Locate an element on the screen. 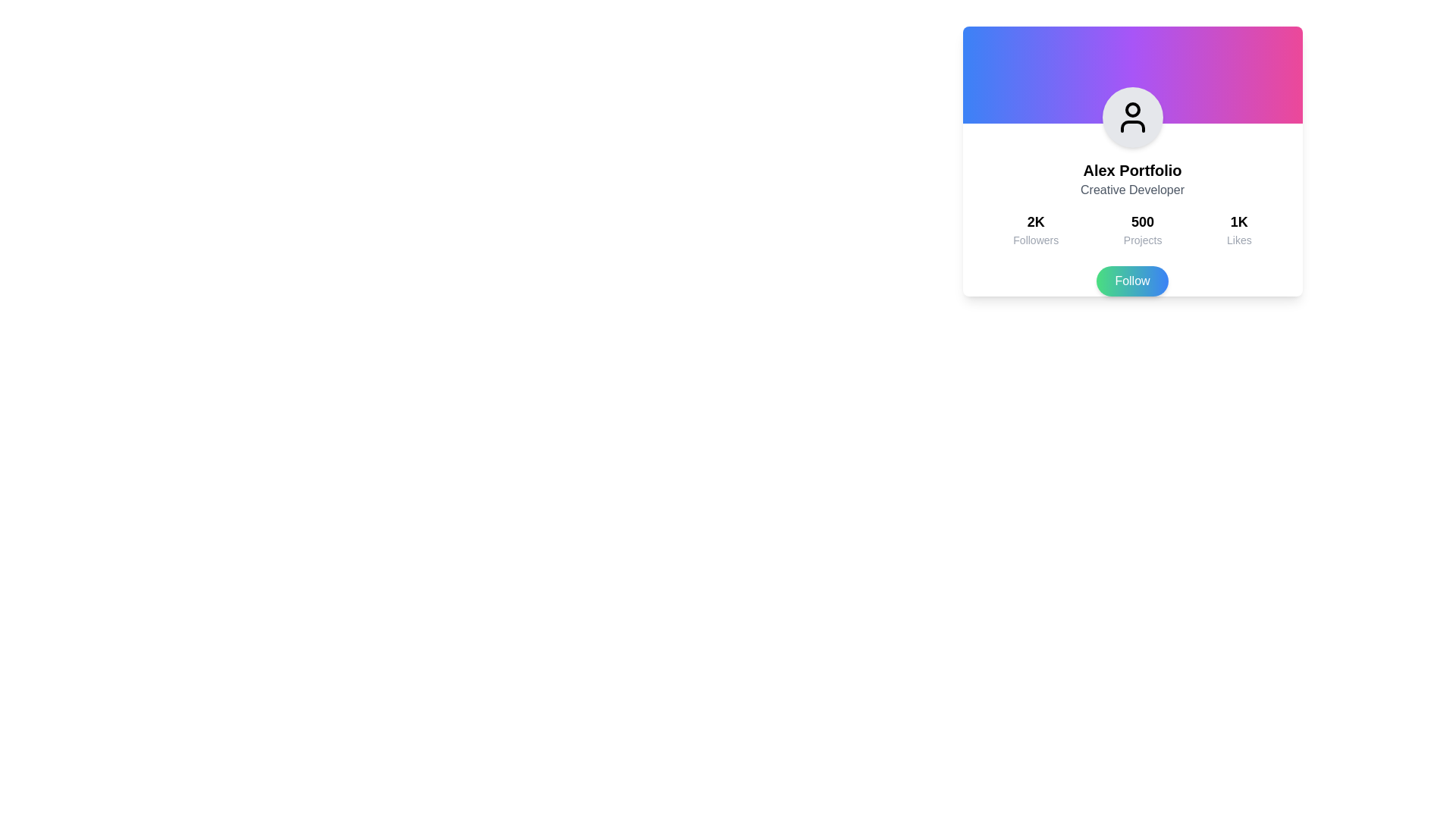 This screenshot has height=819, width=1456. text label displaying '2K Followers', which is positioned above the word 'Followers' in a bold and larger font within the card's left section is located at coordinates (1035, 222).